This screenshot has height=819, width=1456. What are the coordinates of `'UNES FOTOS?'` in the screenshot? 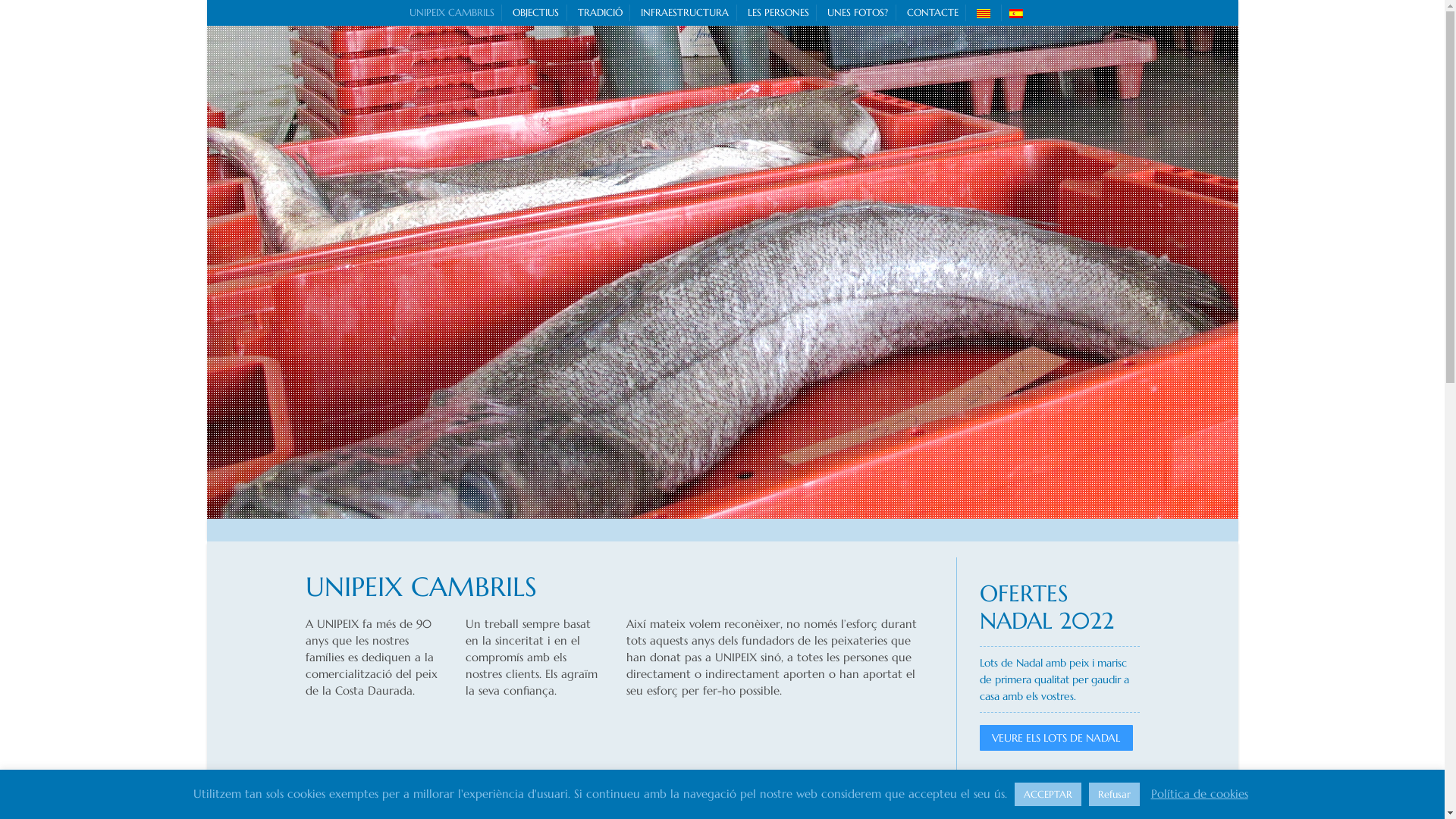 It's located at (858, 12).